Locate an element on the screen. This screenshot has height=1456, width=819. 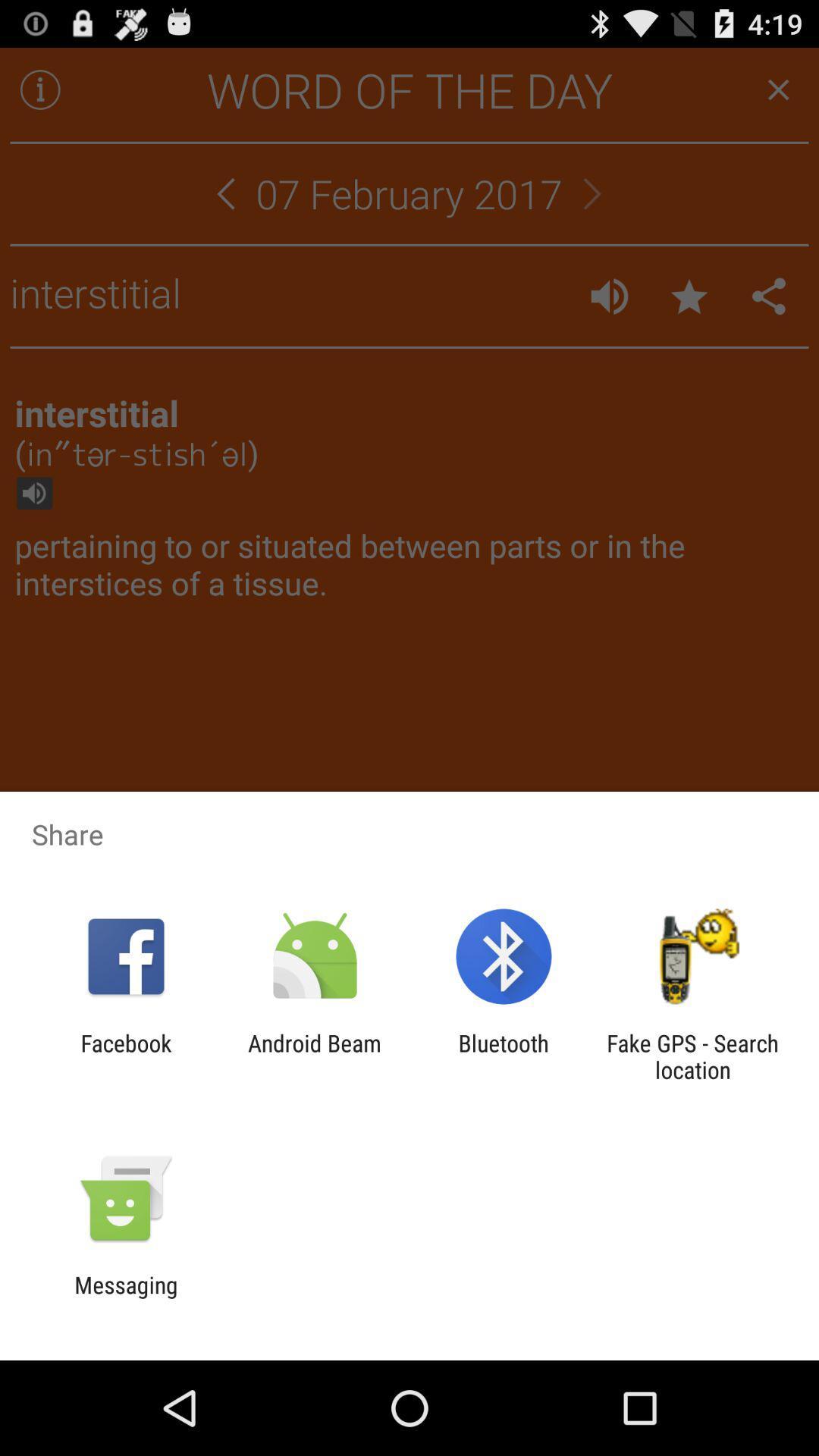
app to the right of the bluetooth app is located at coordinates (692, 1056).